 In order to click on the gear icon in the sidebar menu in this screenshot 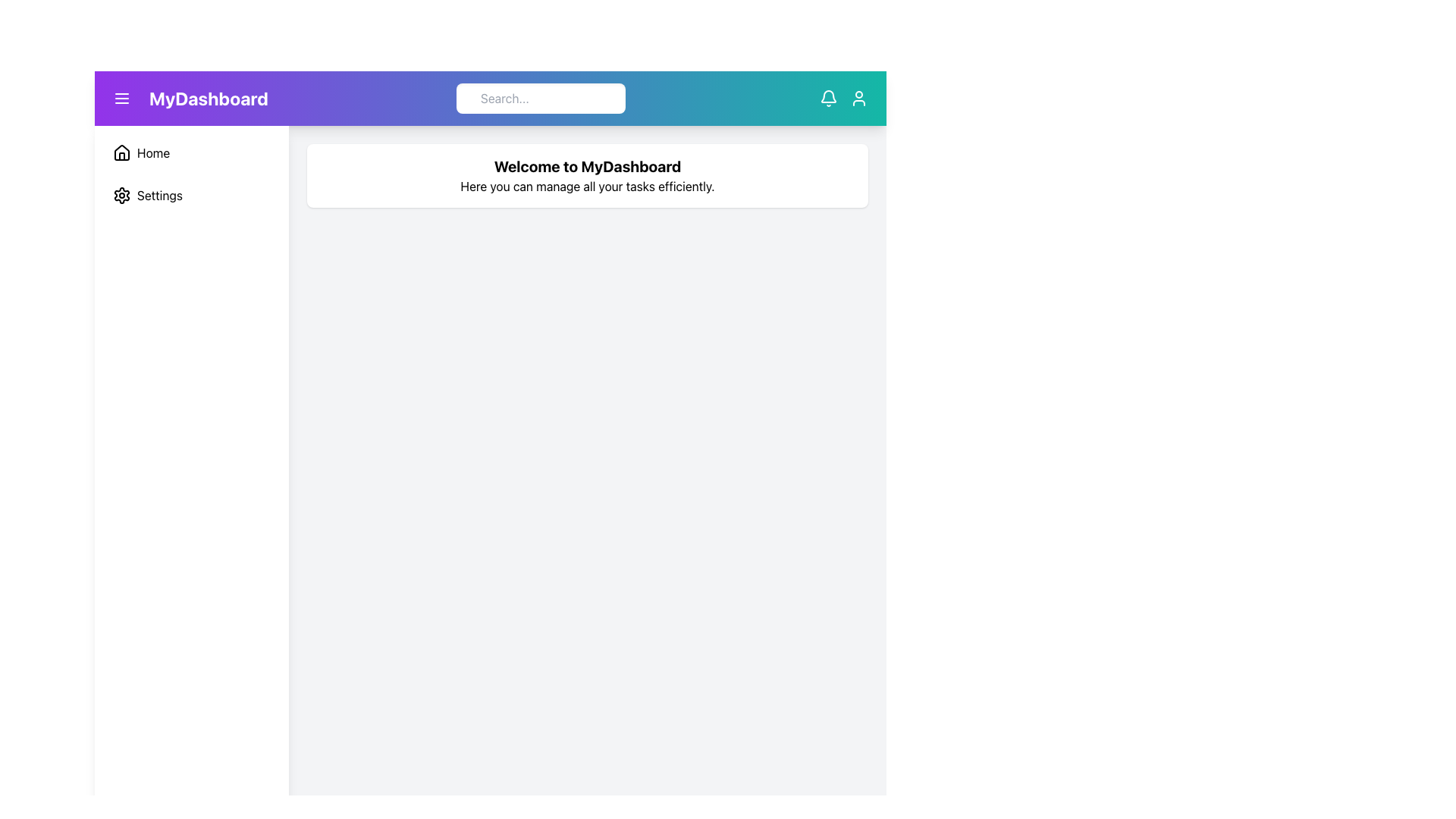, I will do `click(122, 195)`.